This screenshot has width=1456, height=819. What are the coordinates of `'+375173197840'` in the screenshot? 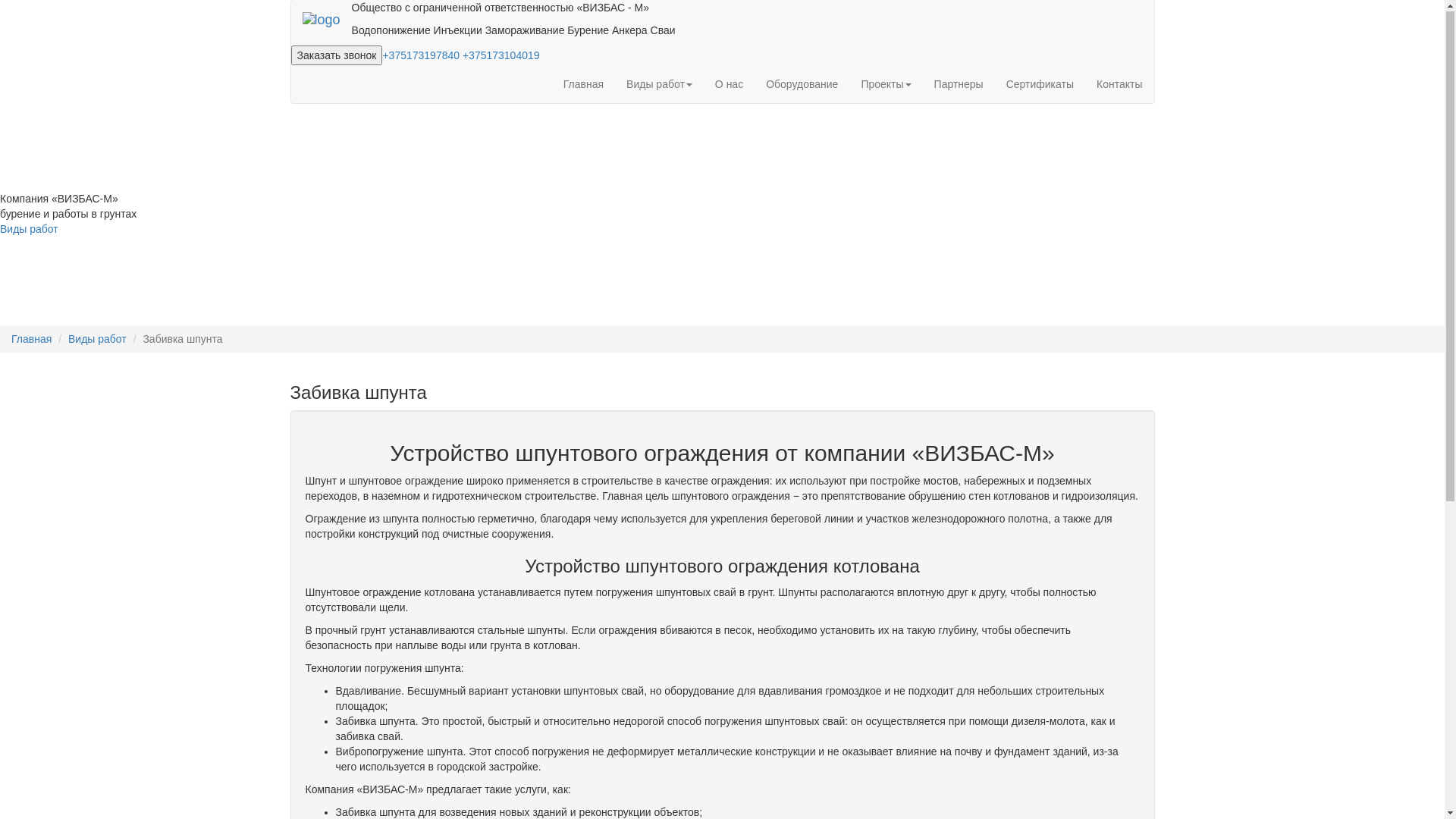 It's located at (422, 55).